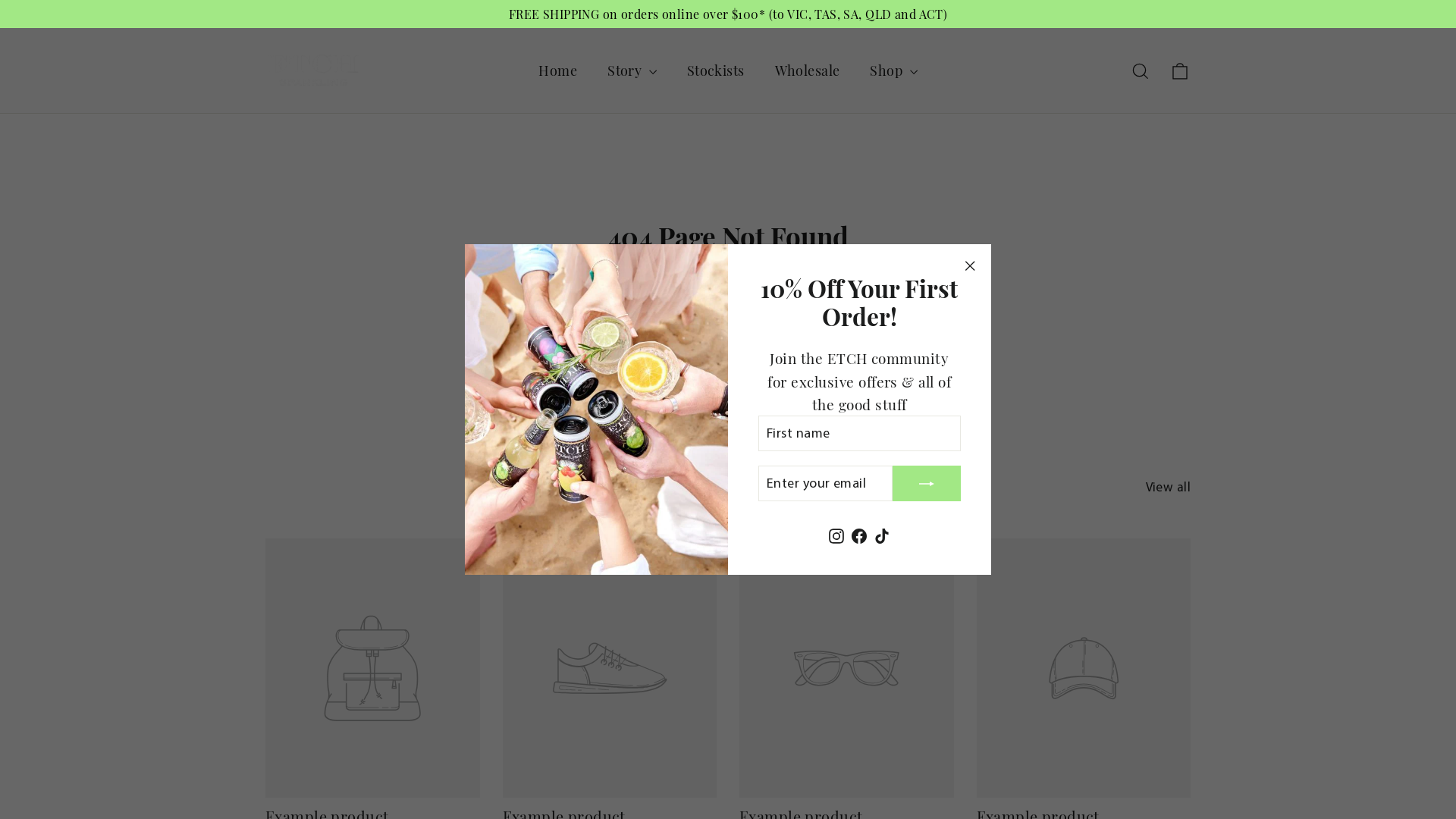 The height and width of the screenshot is (819, 1456). What do you see at coordinates (969, 265) in the screenshot?
I see `'"Close (esc)"'` at bounding box center [969, 265].